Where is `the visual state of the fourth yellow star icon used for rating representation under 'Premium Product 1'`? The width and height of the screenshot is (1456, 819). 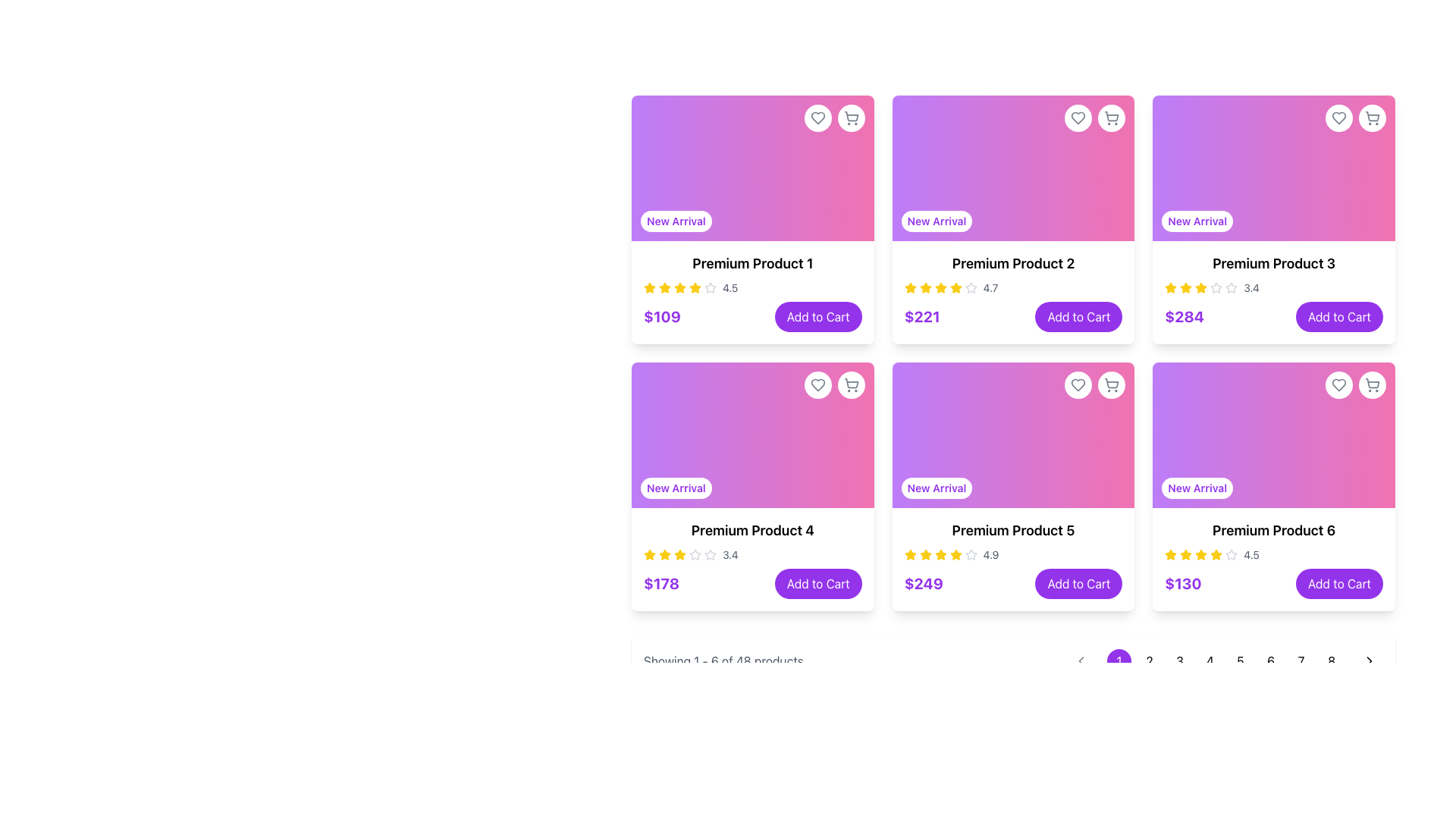 the visual state of the fourth yellow star icon used for rating representation under 'Premium Product 1' is located at coordinates (679, 288).